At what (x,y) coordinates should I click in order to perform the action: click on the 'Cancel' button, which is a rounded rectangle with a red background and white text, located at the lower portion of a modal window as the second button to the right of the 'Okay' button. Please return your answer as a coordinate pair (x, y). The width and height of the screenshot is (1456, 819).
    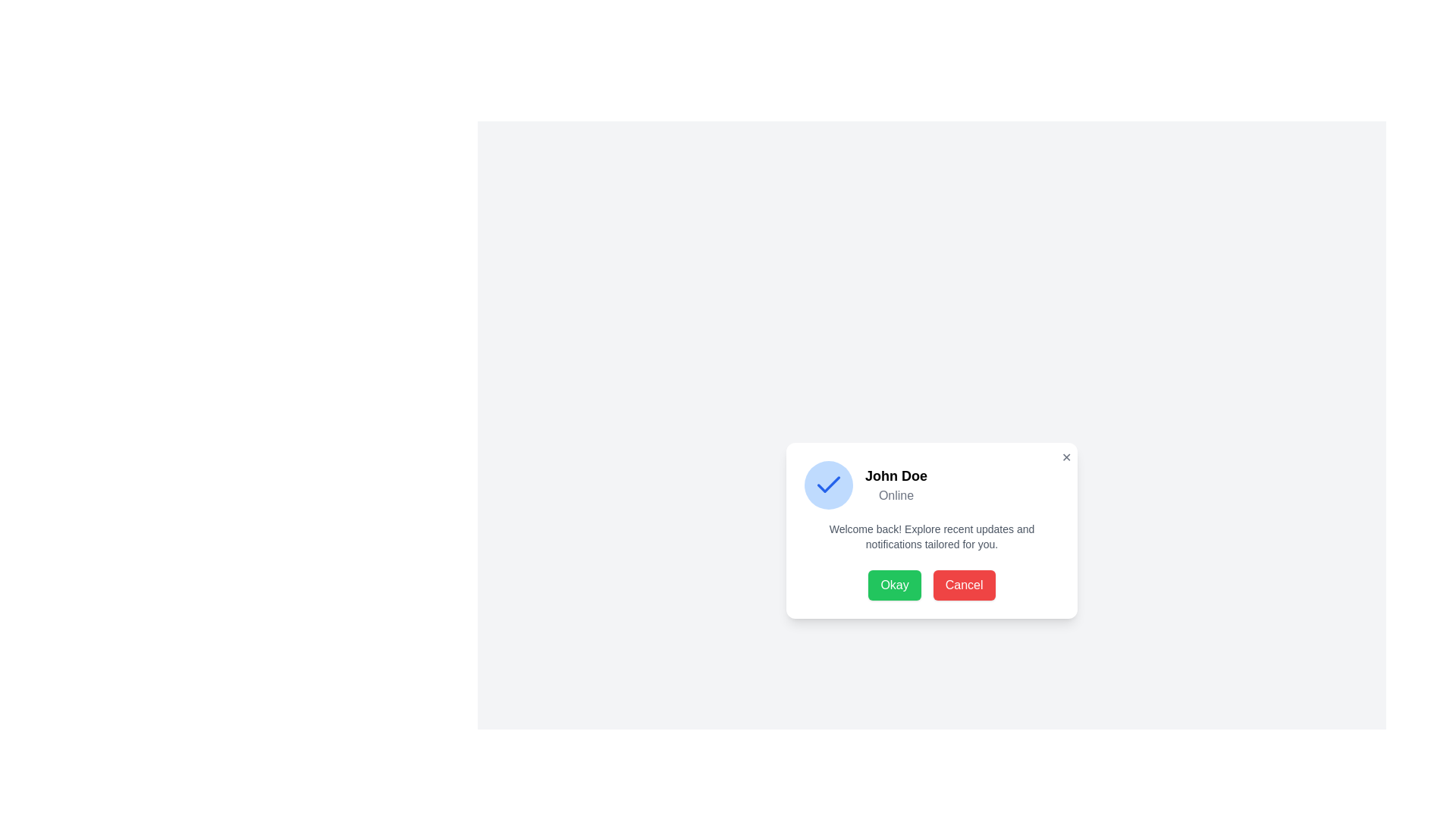
    Looking at the image, I should click on (963, 584).